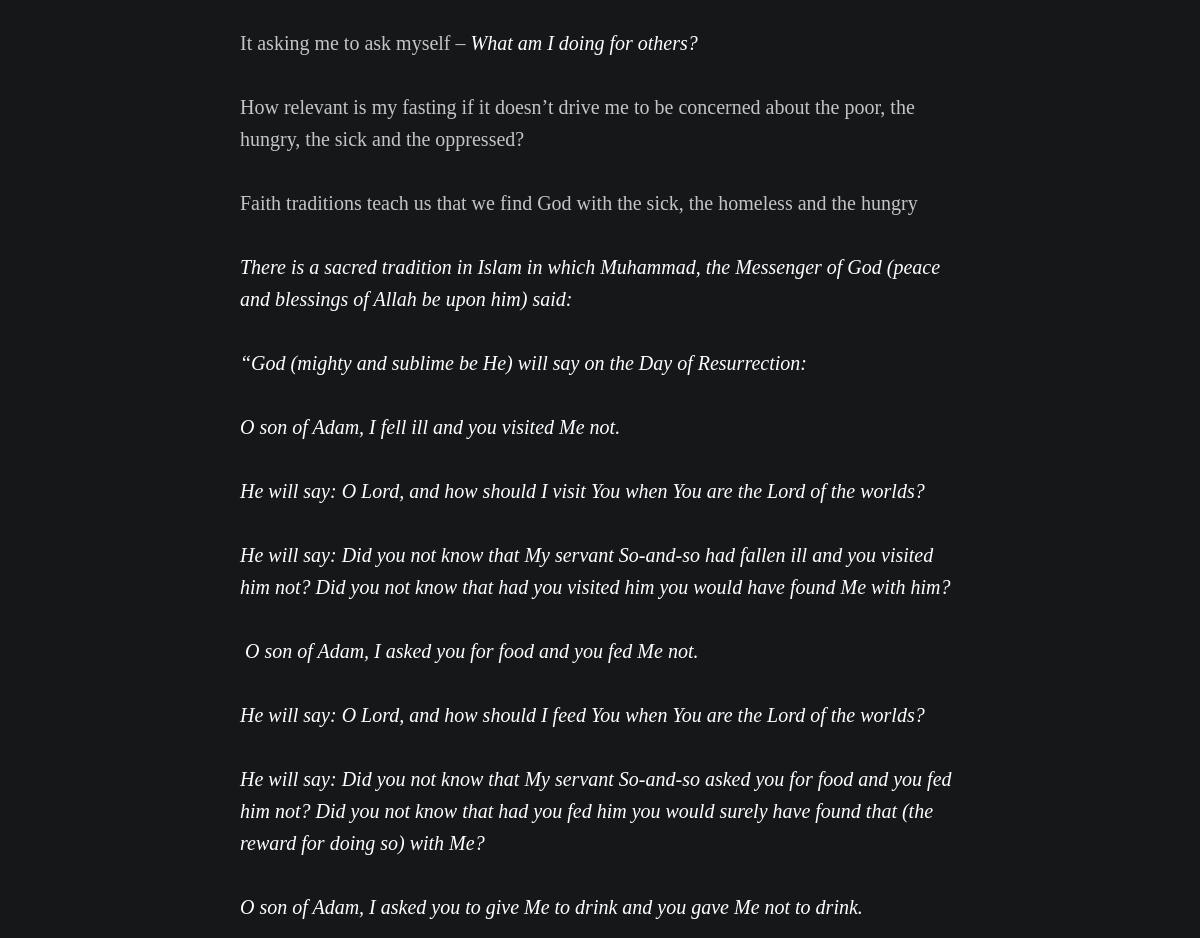 This screenshot has width=1200, height=938. I want to click on '“God (mighty and sublime be He) will say on the Day of Resurrection:', so click(521, 363).